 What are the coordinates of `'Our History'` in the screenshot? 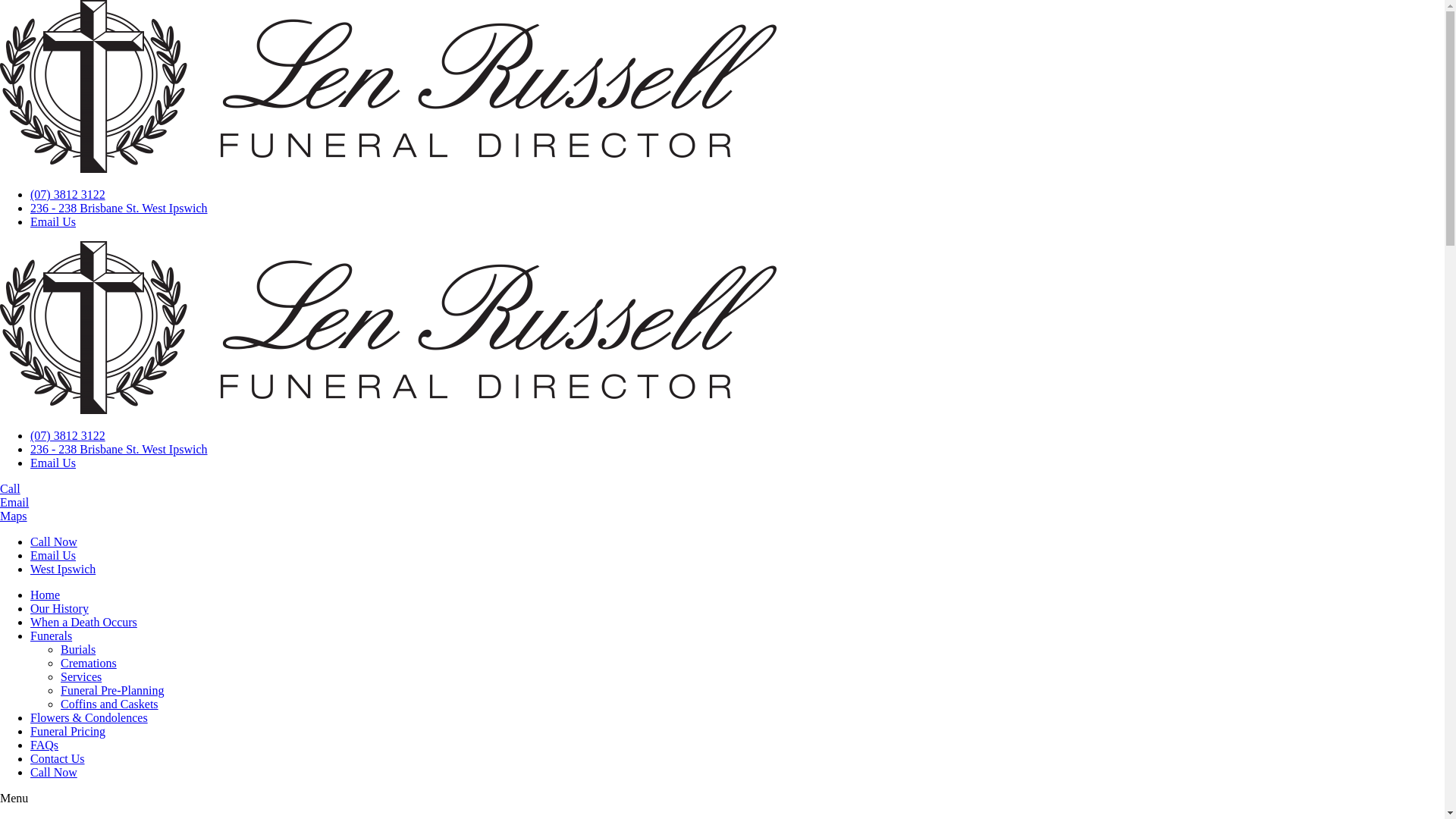 It's located at (59, 607).